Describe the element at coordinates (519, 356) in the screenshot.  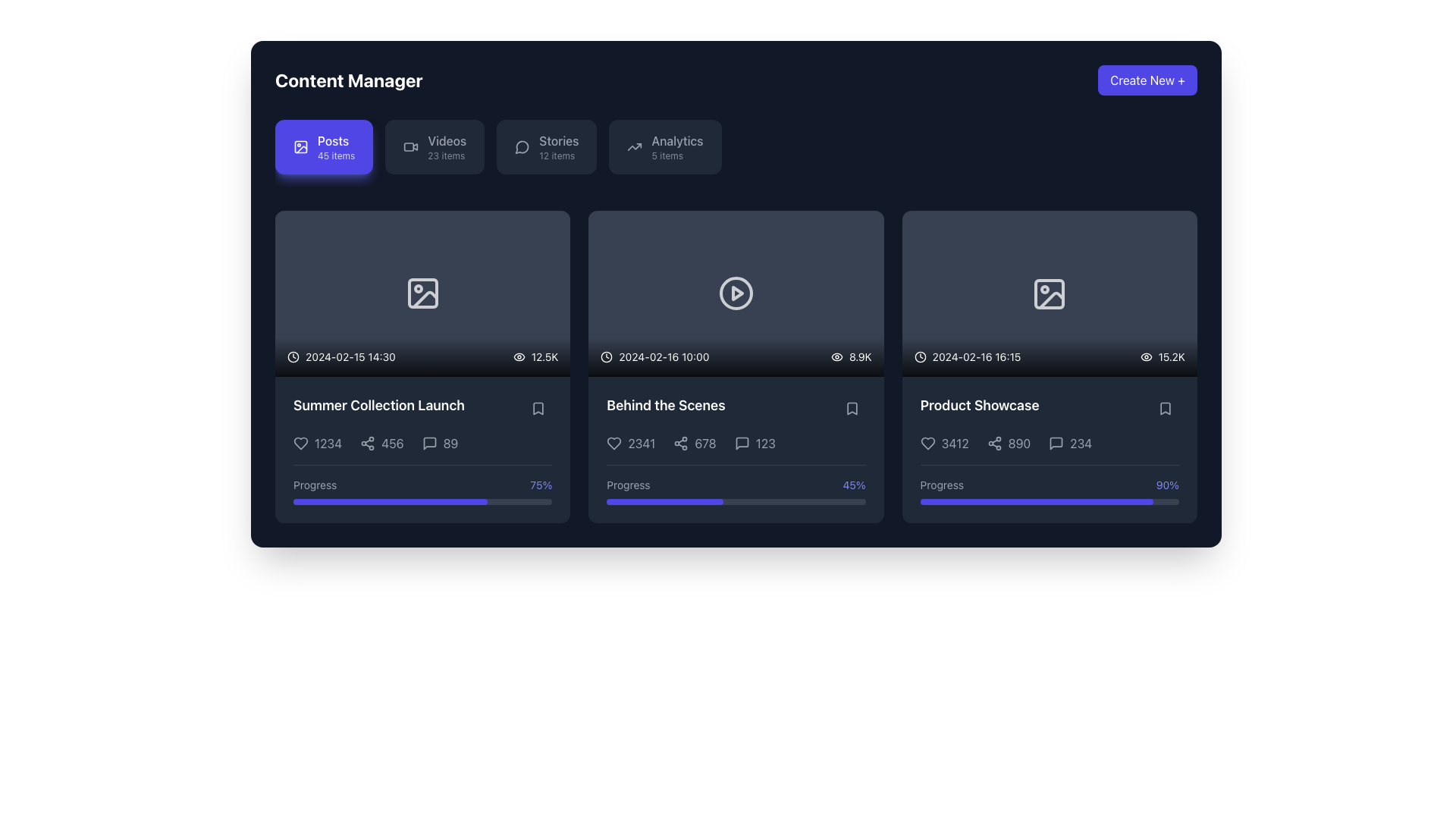
I see `the eye icon, which serves as a visibility indicator, located on the left side next to the text '12.5K'` at that location.